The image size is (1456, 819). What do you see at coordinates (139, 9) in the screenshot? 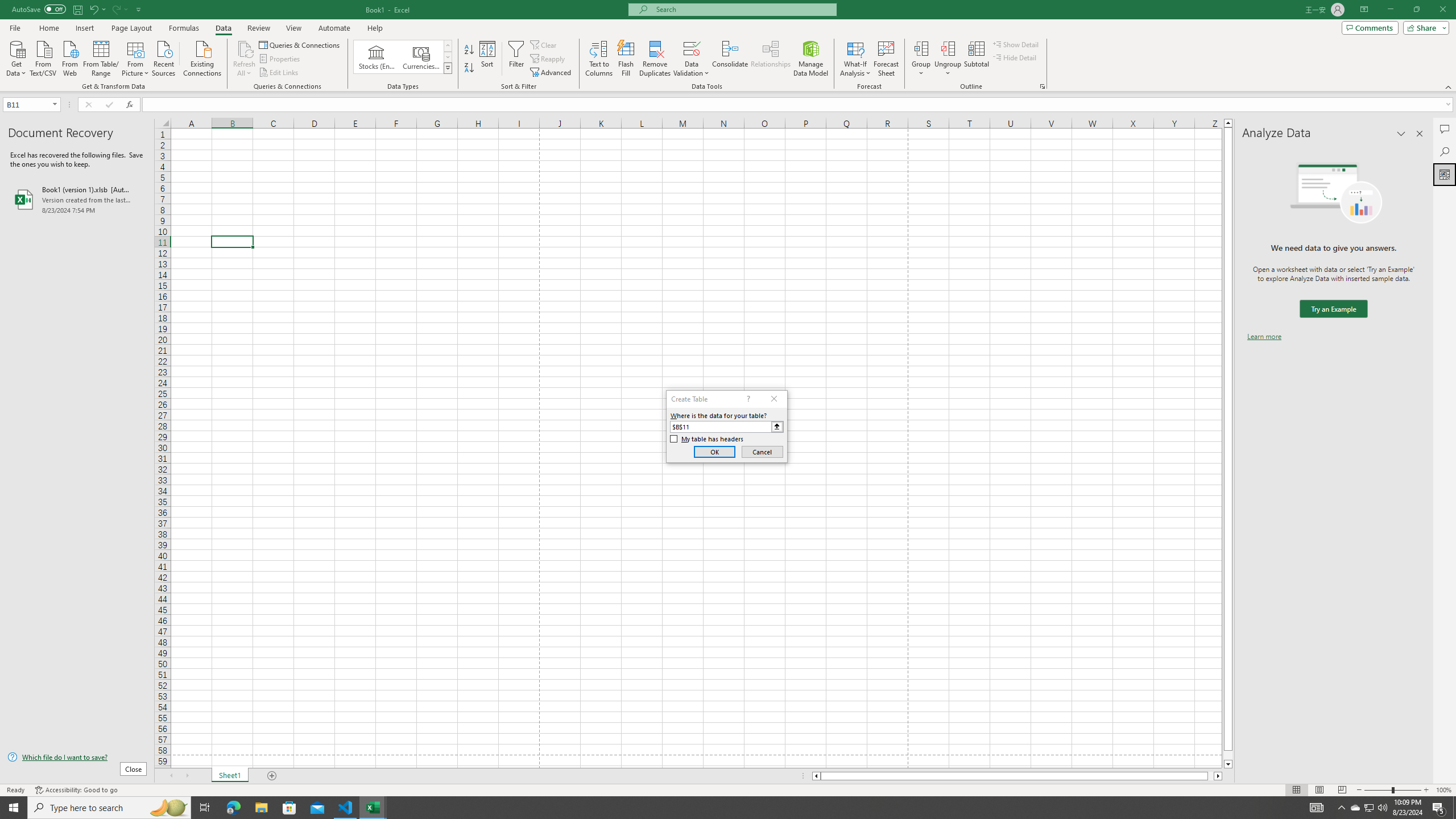
I see `'Customize Quick Access Toolbar'` at bounding box center [139, 9].